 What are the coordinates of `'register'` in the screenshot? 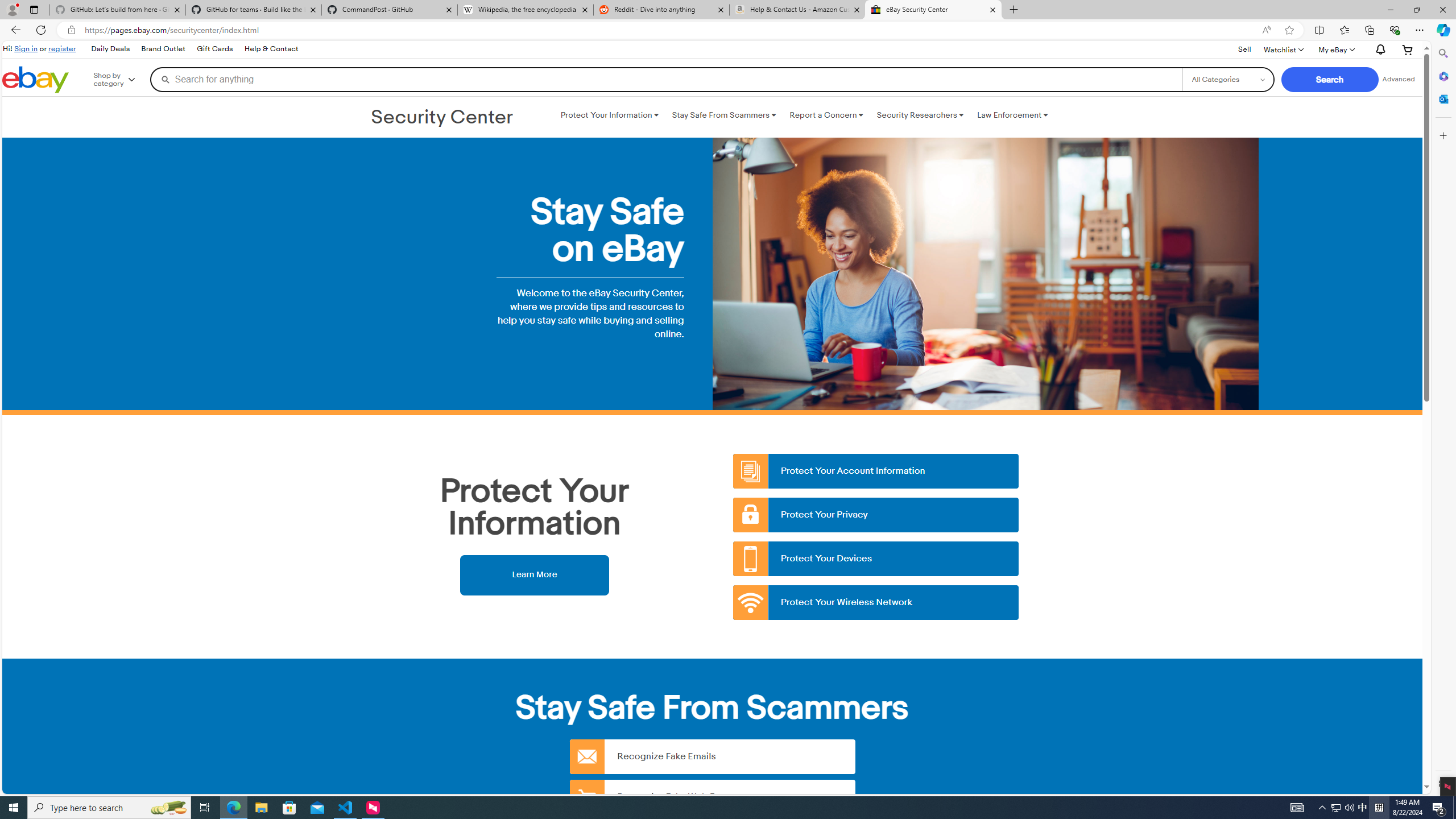 It's located at (61, 48).